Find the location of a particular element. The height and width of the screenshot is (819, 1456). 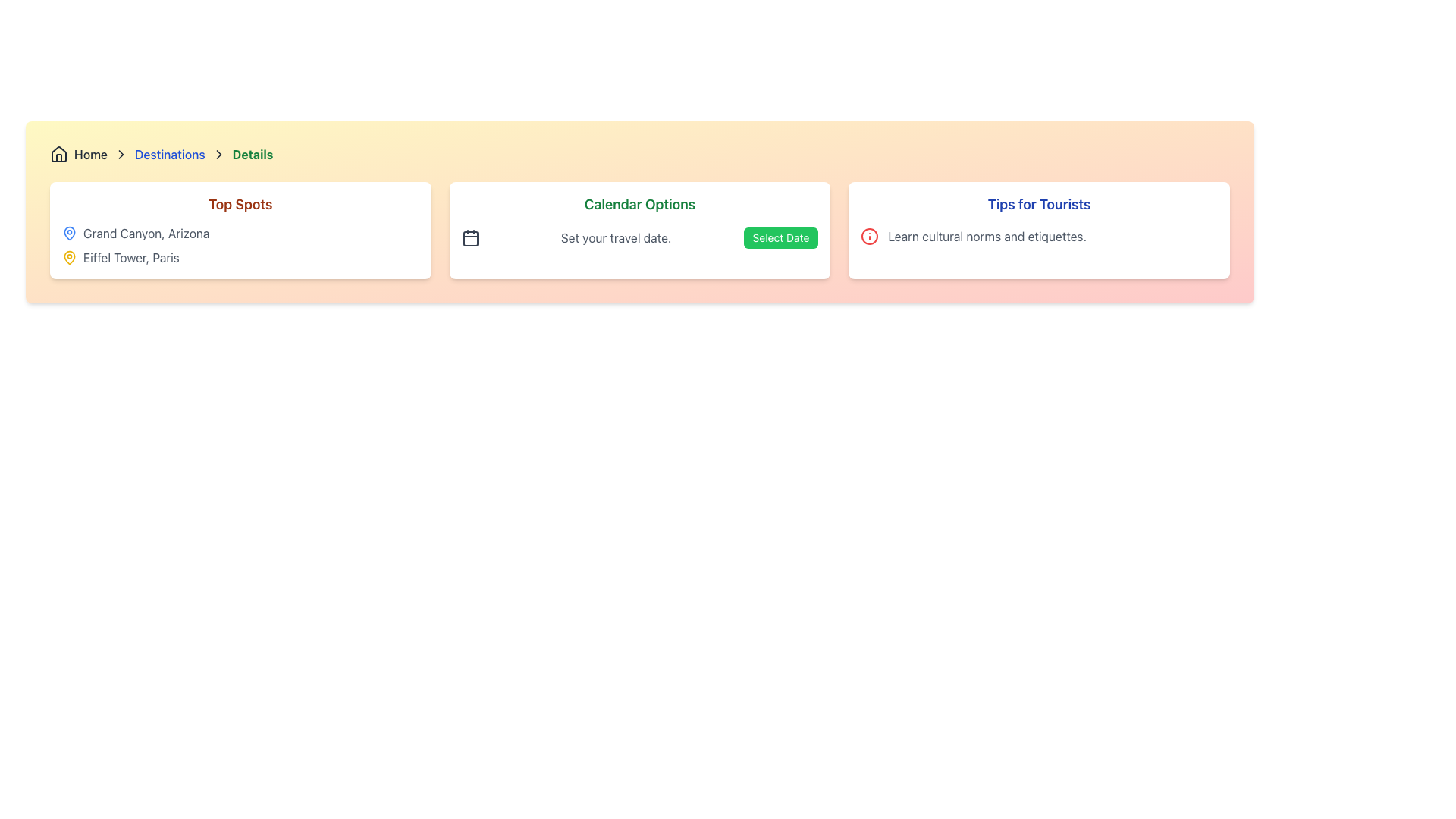

text instruction 'Set your travel date.' from the Calendar Options panel that contains a calendar icon and a green button labeled 'Select Date' is located at coordinates (640, 237).